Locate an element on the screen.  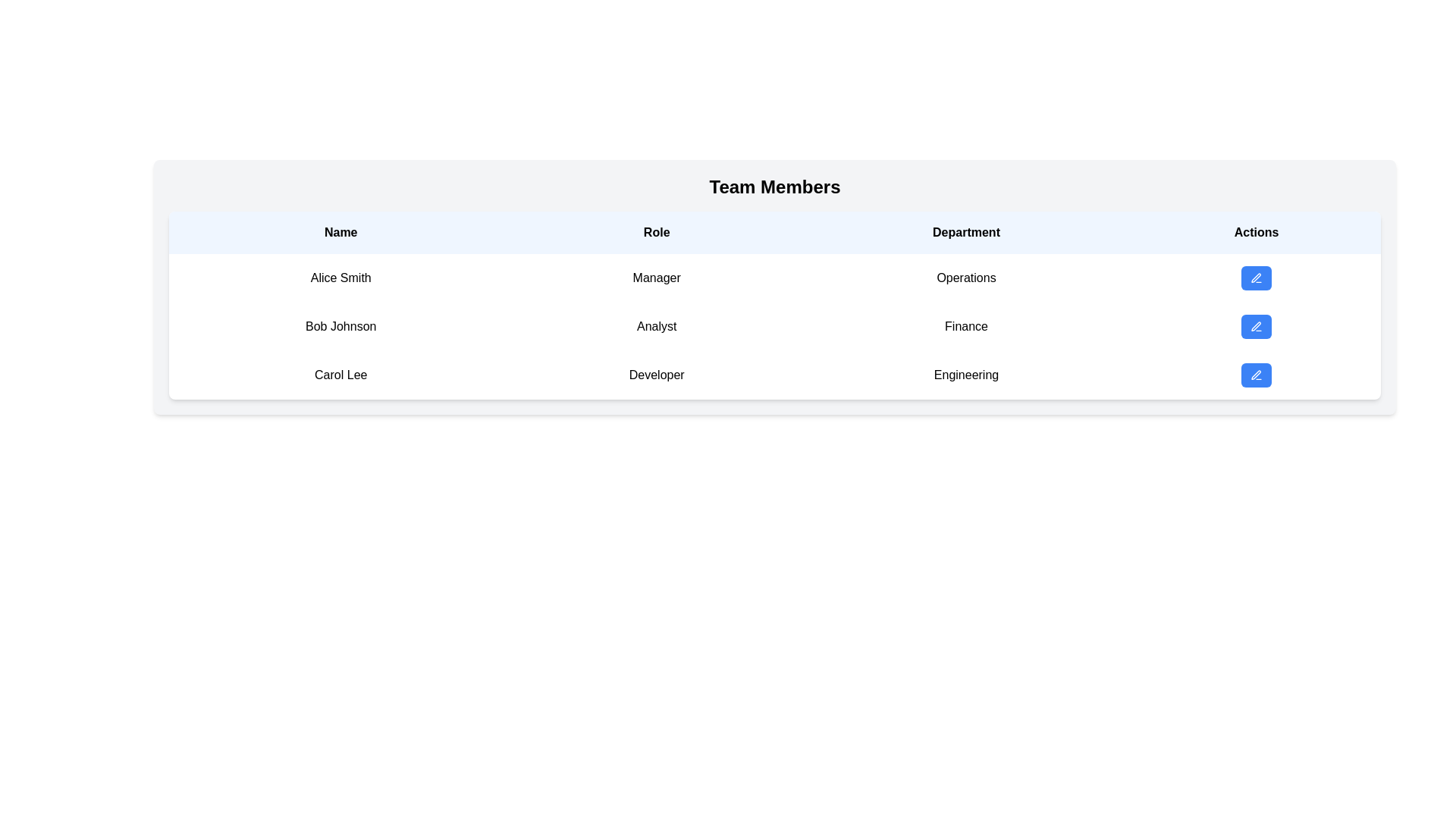
the text label displaying the name 'Carol Lee' in the third row of the 'Team Members' table, which identifies the individual associated with the corresponding data entries is located at coordinates (340, 375).